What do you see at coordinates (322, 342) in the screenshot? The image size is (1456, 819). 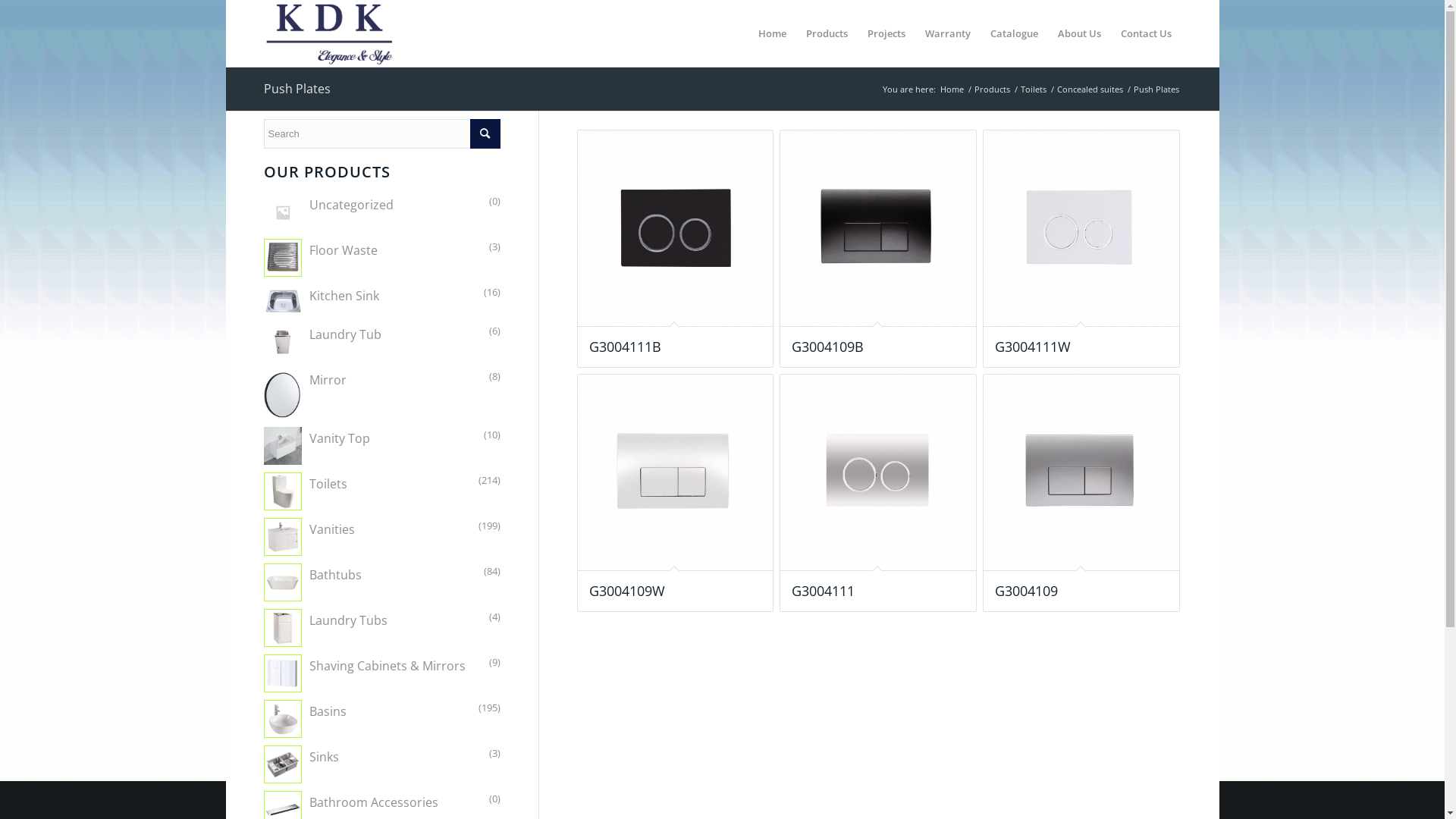 I see `'Laundry Tub'` at bounding box center [322, 342].